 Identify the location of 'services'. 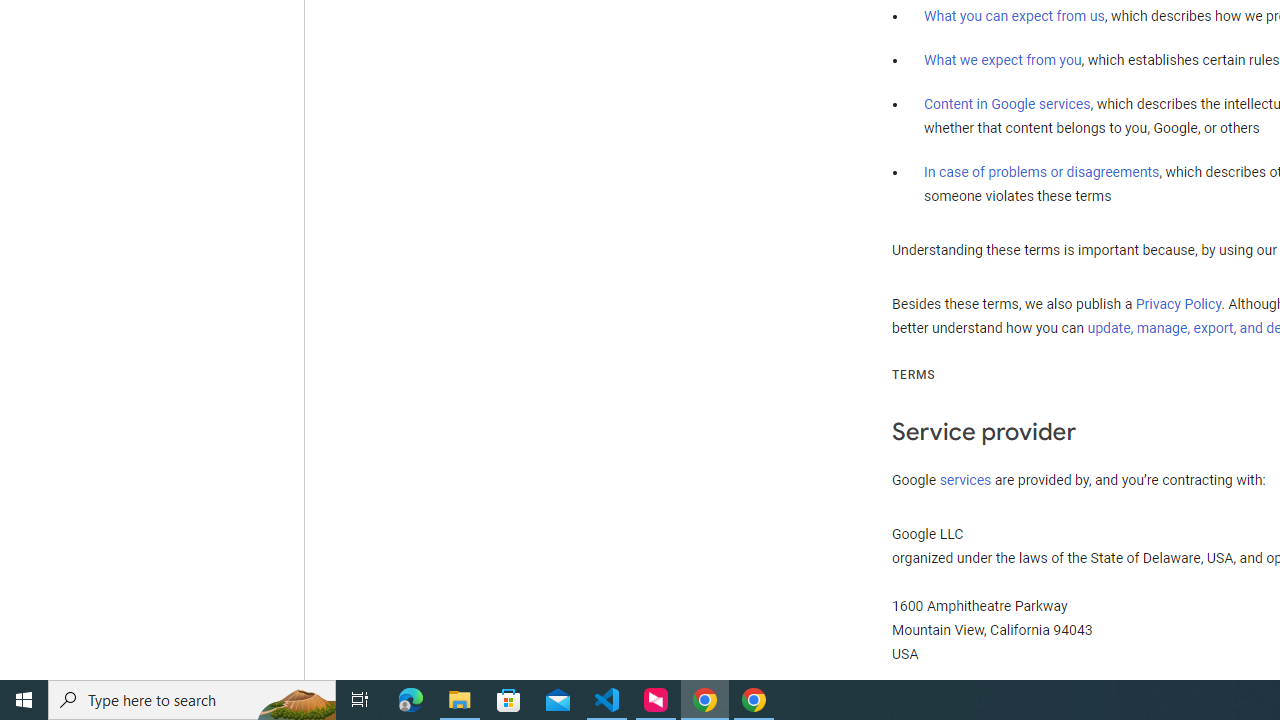
(965, 479).